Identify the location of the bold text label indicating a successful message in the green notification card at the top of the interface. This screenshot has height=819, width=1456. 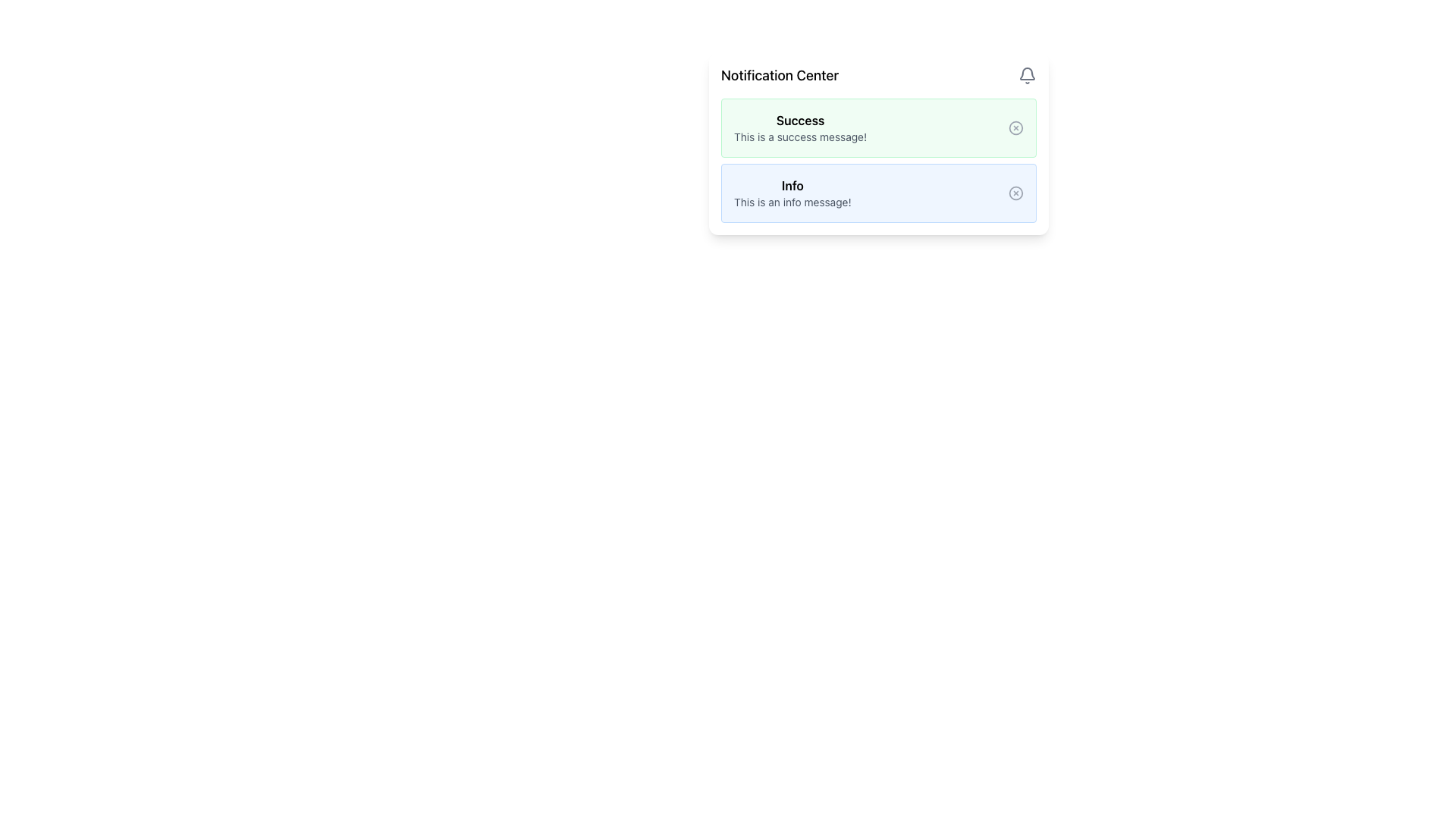
(799, 119).